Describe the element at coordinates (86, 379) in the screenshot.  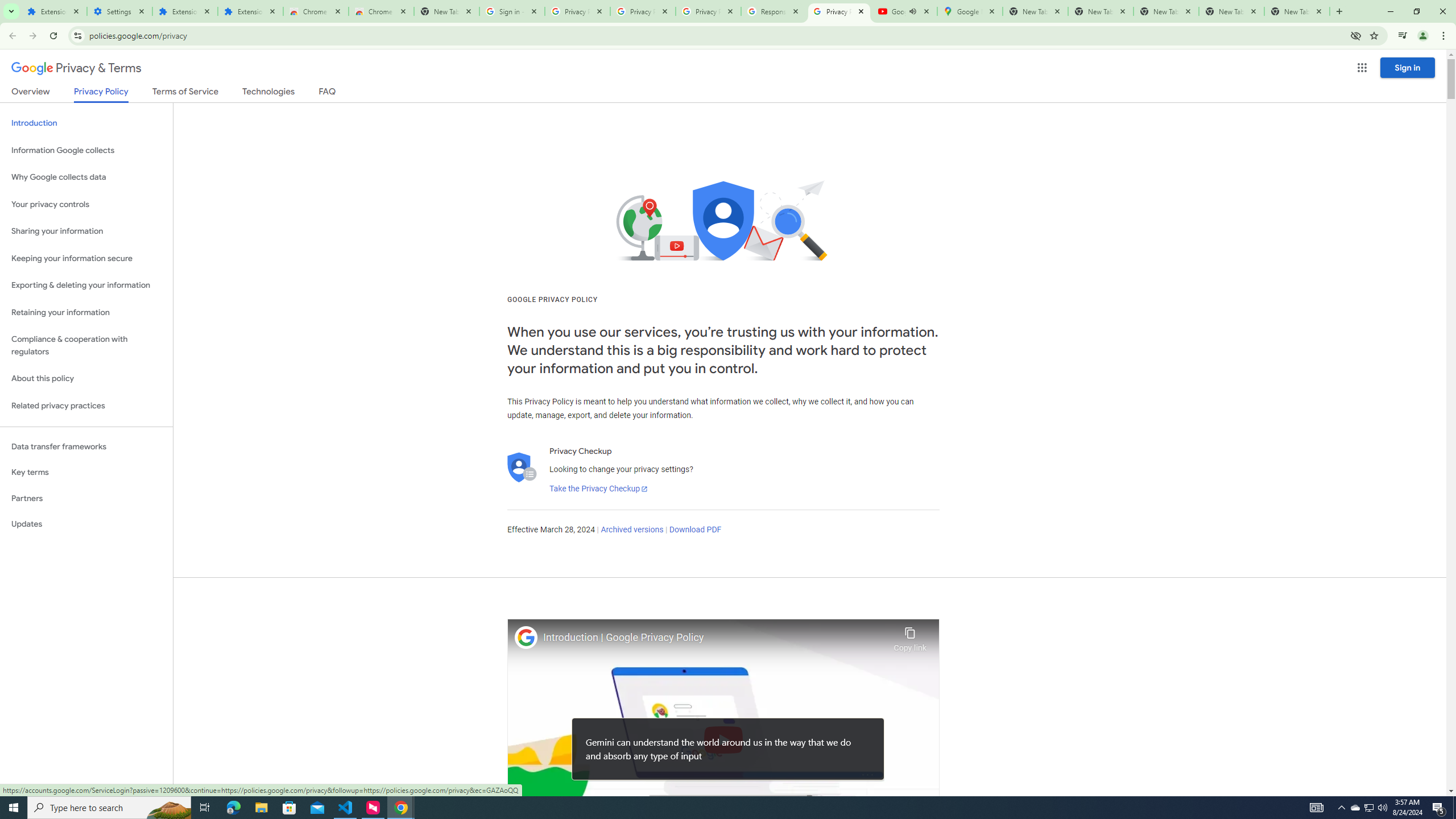
I see `'About this policy'` at that location.